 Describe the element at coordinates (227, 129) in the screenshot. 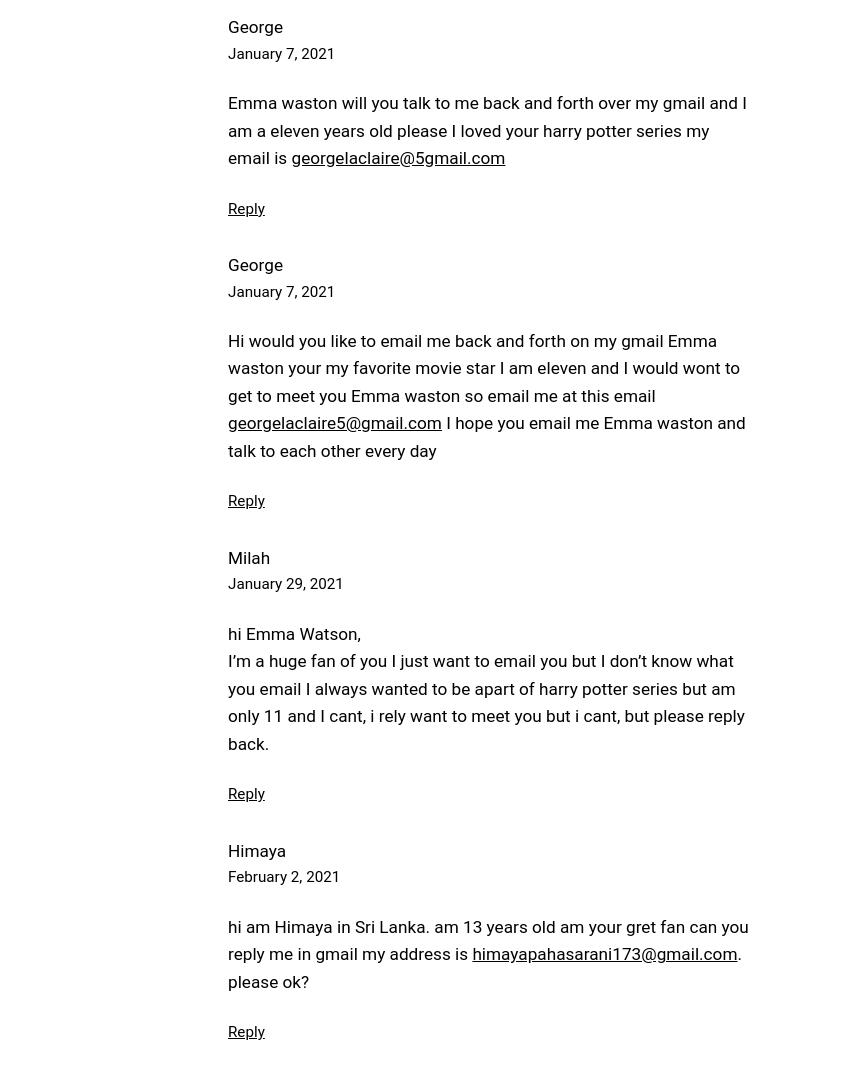

I see `'Emma waston will you talk to me back and forth over my gmail and I am a eleven years old please I loved your harry potter series my email is'` at that location.